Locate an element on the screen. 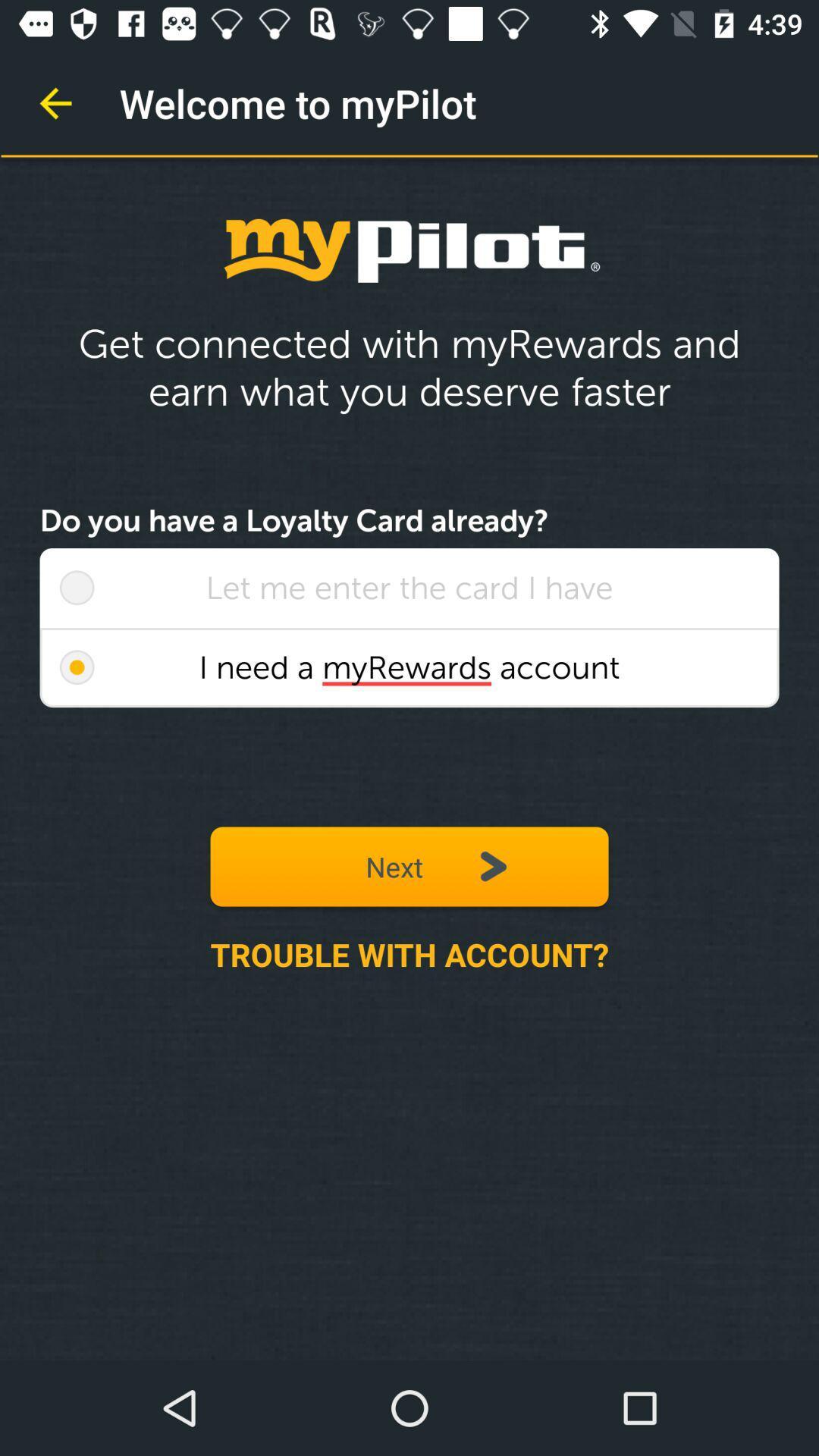  the app to the left of the welcome to mypilot icon is located at coordinates (55, 102).